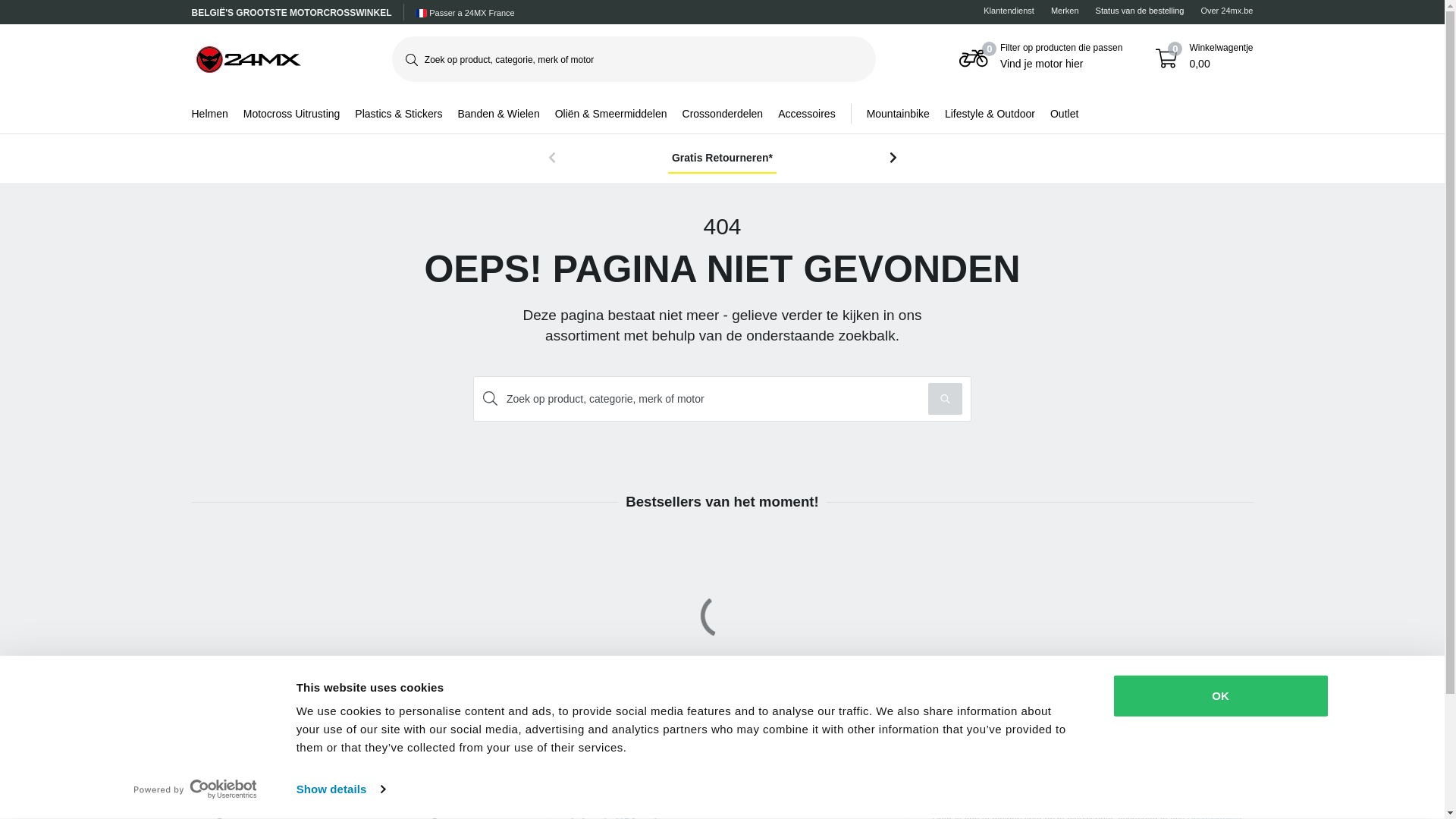 This screenshot has height=819, width=1456. I want to click on 'Motocross Uitrusting', so click(243, 113).